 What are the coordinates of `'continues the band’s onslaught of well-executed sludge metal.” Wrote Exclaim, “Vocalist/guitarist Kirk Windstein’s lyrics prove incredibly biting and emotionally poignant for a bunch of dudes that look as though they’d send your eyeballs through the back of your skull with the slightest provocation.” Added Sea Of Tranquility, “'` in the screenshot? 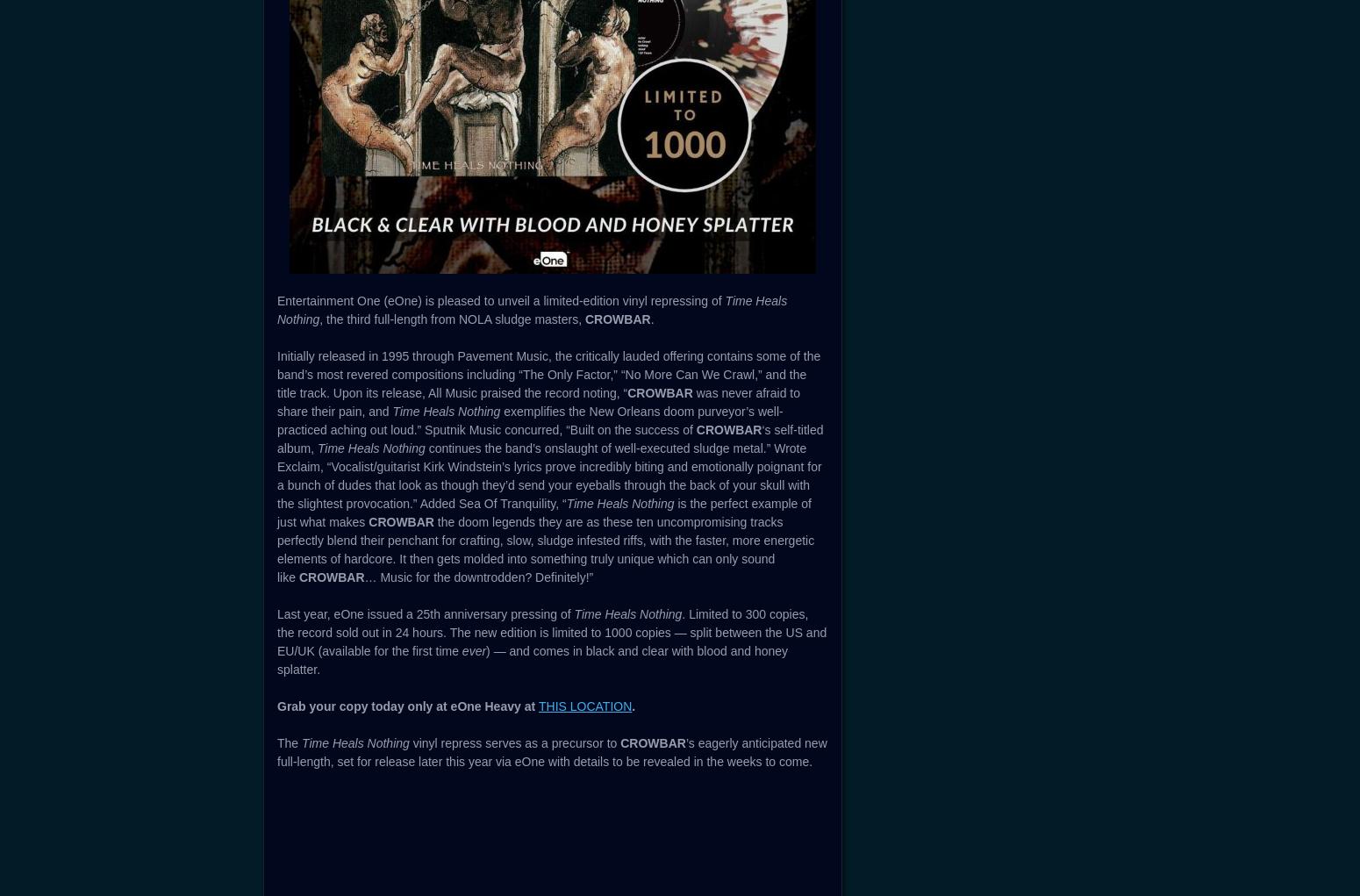 It's located at (548, 476).